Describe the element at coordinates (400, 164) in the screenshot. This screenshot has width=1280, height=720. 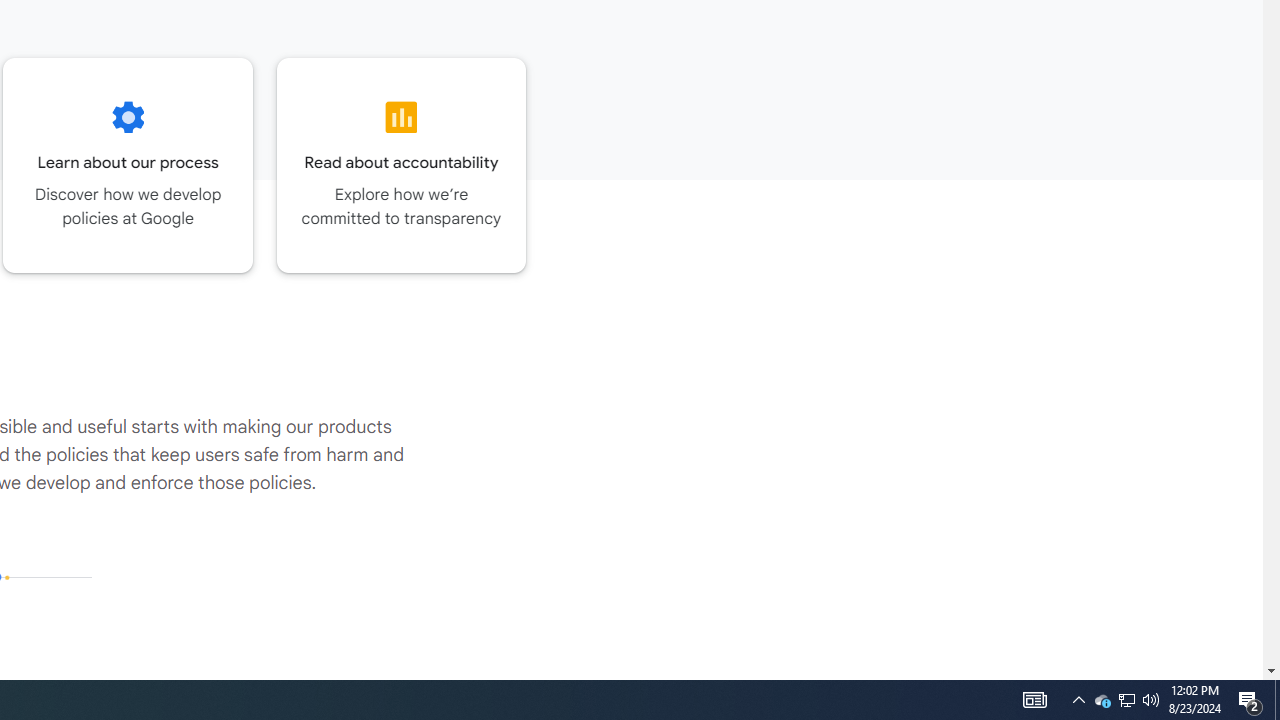
I see `'Go to the Accountability page'` at that location.